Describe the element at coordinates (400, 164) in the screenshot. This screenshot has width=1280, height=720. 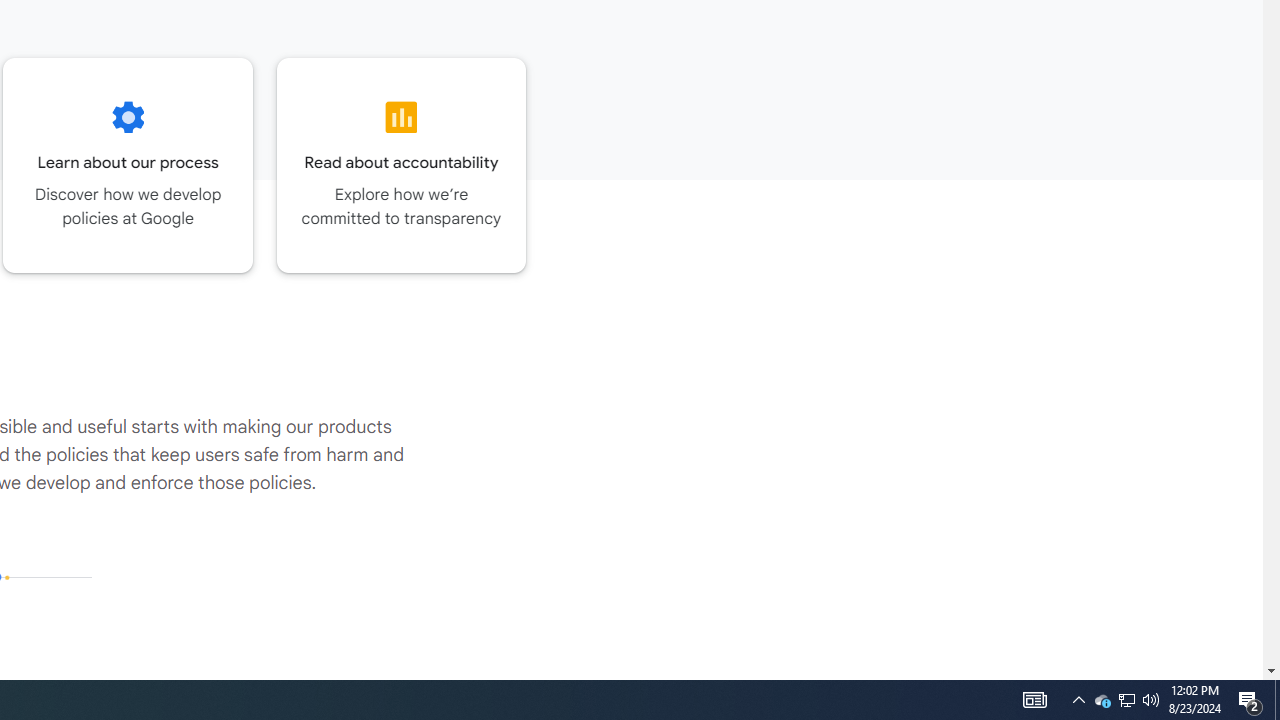
I see `'Go to the Accountability page'` at that location.